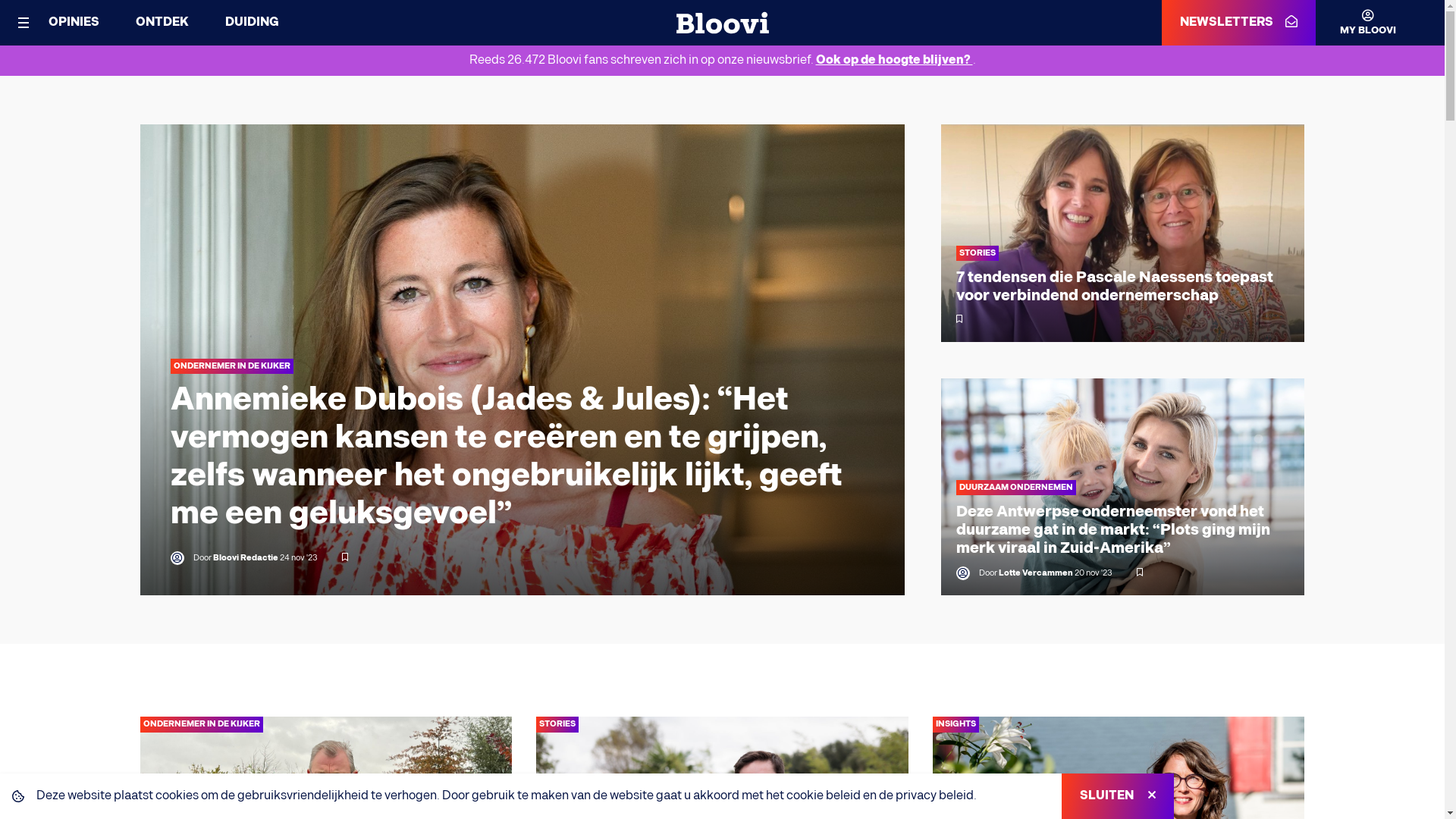 Image resolution: width=1456 pixels, height=819 pixels. Describe the element at coordinates (954, 253) in the screenshot. I see `'STORIES'` at that location.